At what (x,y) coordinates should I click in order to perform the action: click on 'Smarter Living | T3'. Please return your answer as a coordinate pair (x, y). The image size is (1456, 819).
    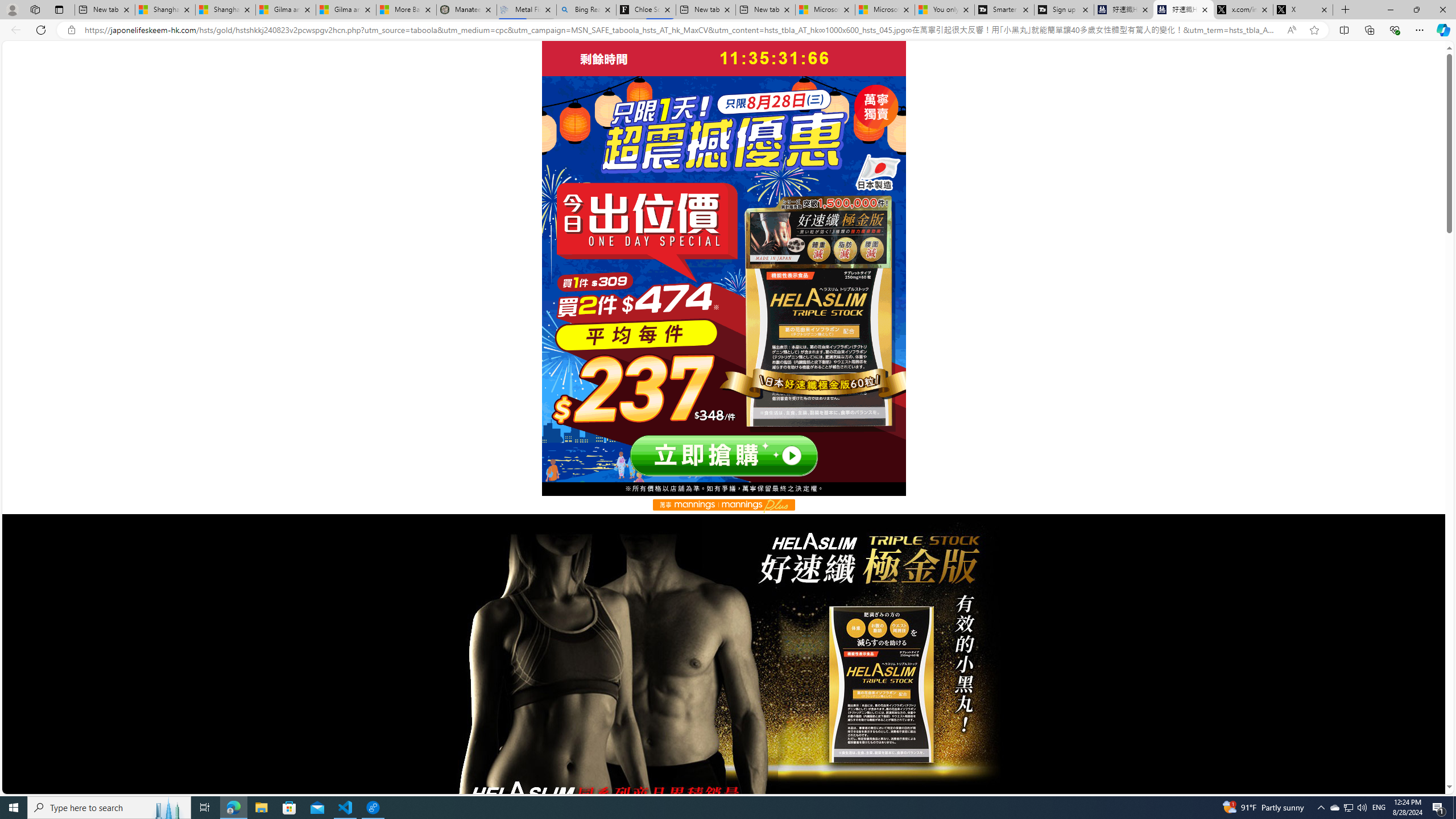
    Looking at the image, I should click on (1004, 9).